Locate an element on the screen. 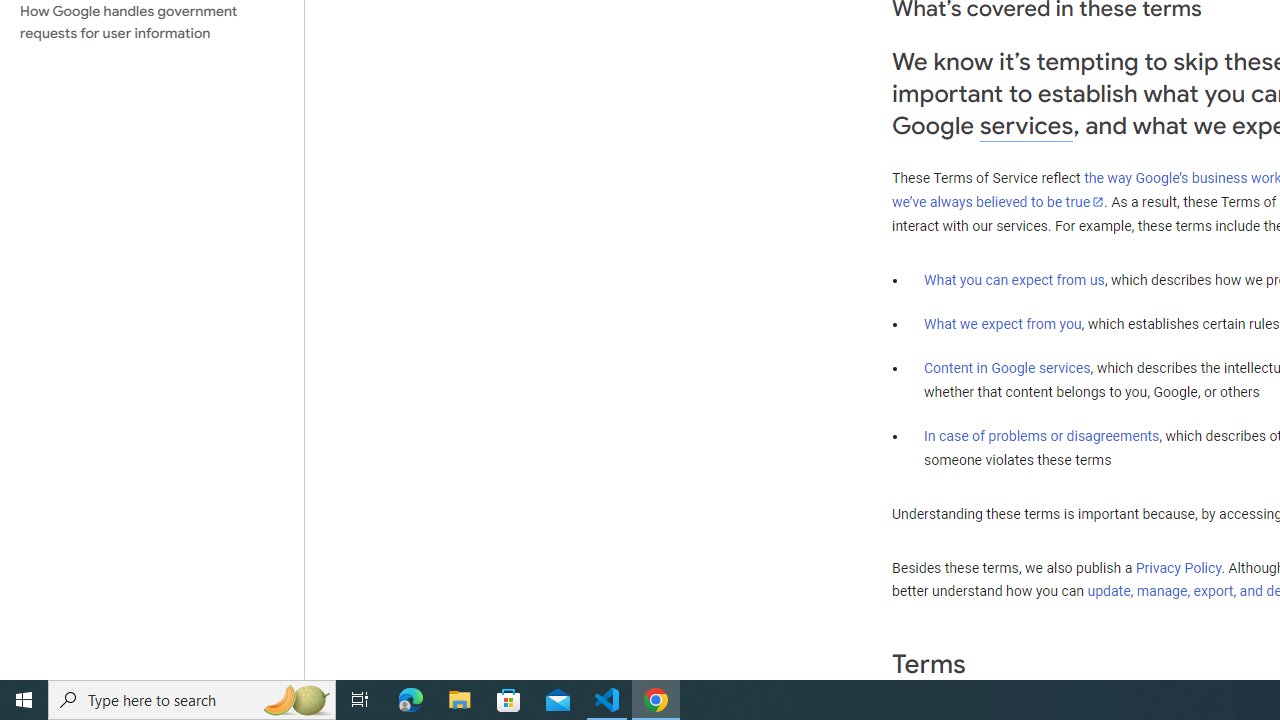 This screenshot has height=720, width=1280. 'Content in Google services' is located at coordinates (1007, 368).